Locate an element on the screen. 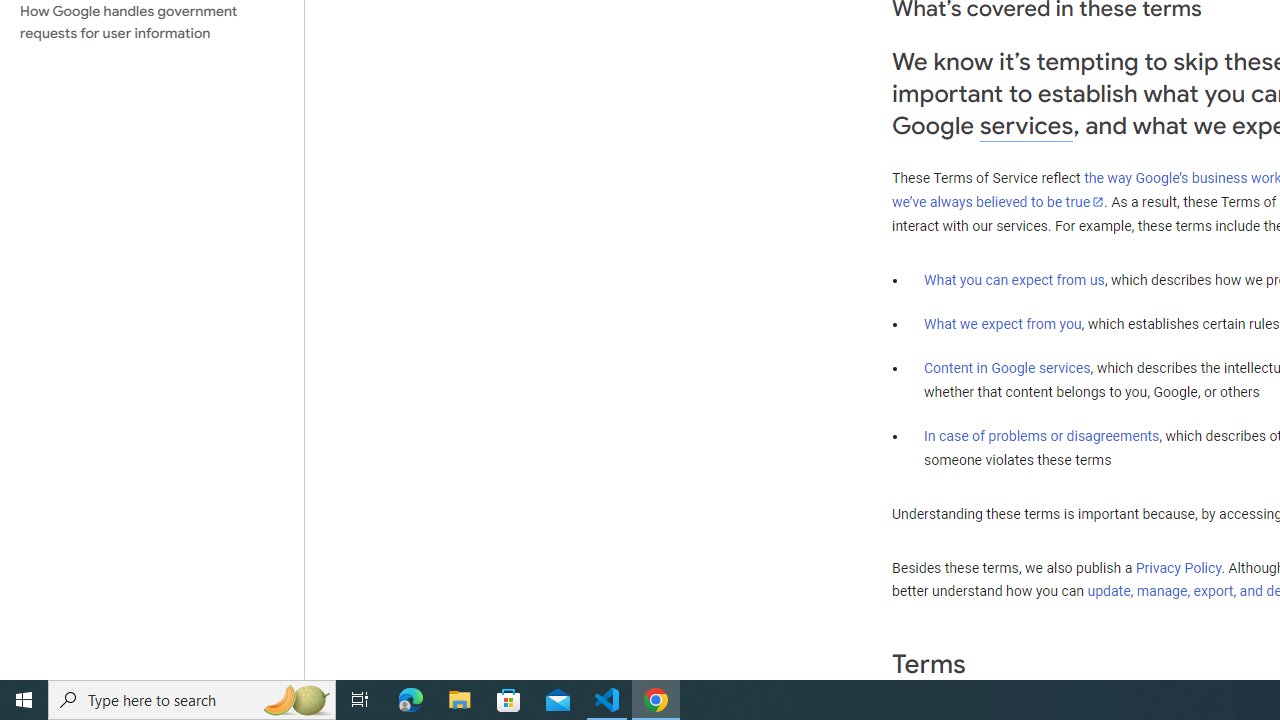 This screenshot has height=720, width=1280. 'Content in Google services' is located at coordinates (1007, 368).